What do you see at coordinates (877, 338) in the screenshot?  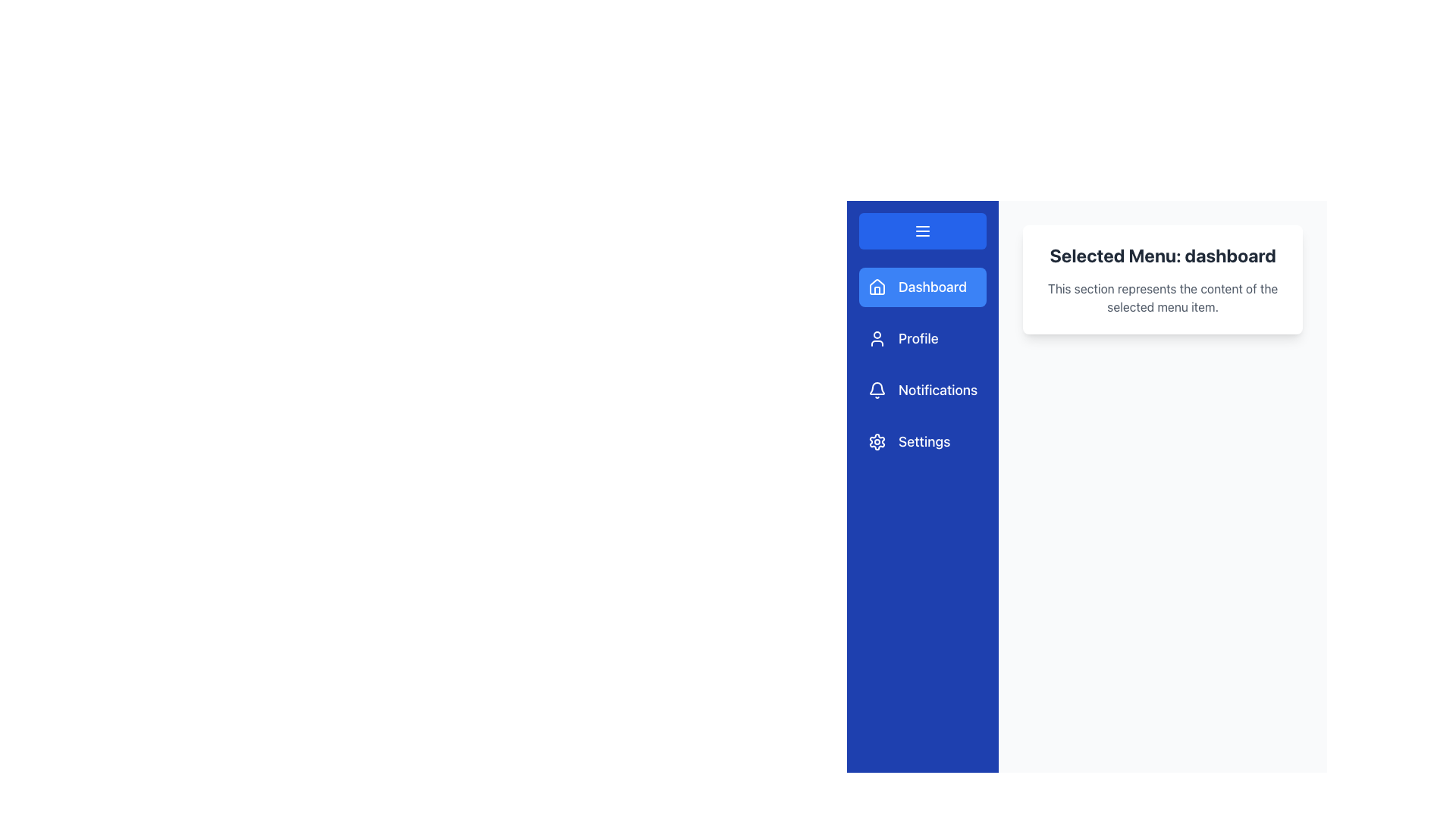 I see `the user profile icon, which is styled as a circular head and semi-circular shoulders, located to the left of the 'Profile' text in the sidebar, second menu item below 'Dashboard'` at bounding box center [877, 338].